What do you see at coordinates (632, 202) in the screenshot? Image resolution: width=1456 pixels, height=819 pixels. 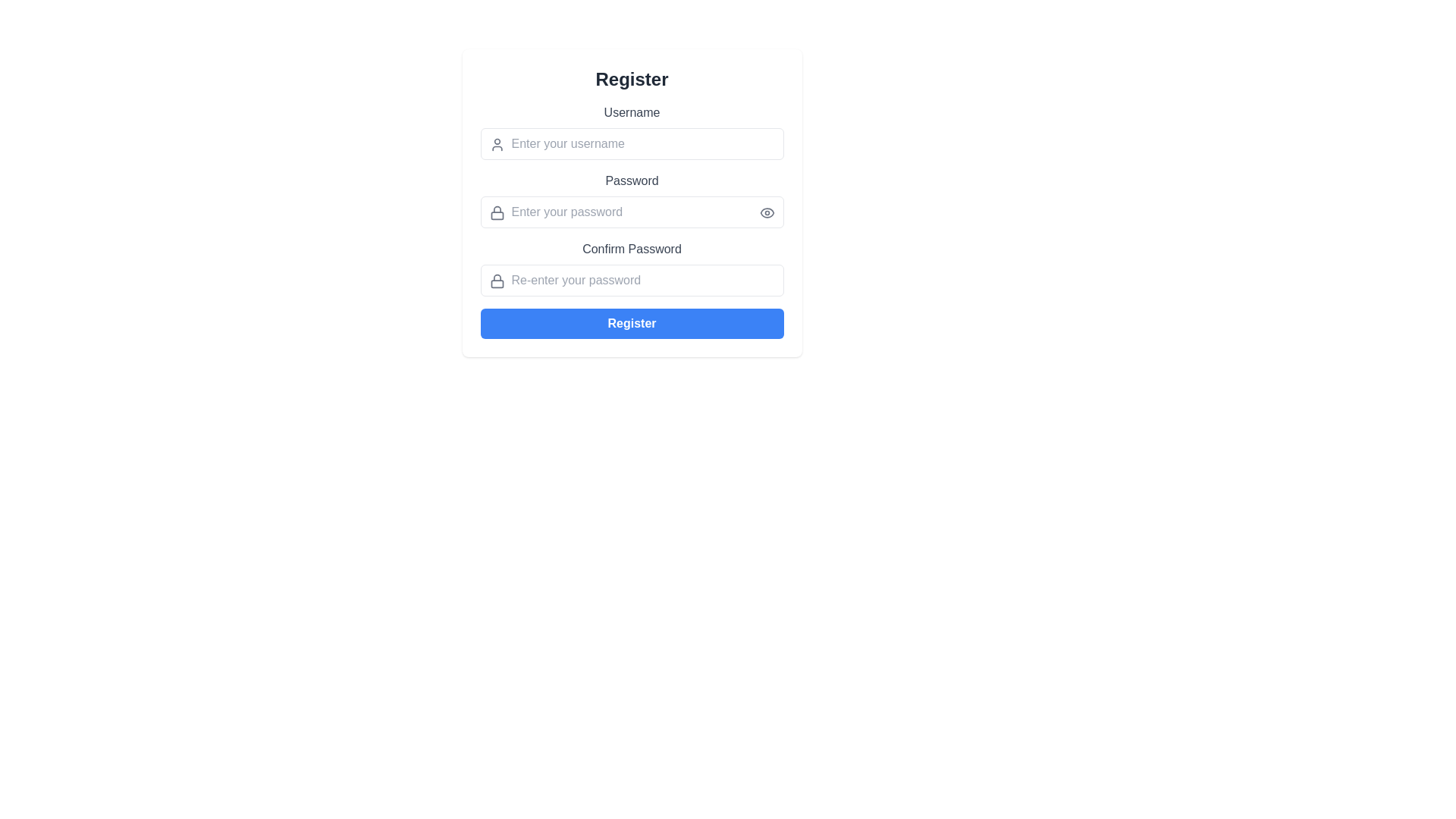 I see `the Password input field located between the 'Username' and 'Confirm Password' fields` at bounding box center [632, 202].